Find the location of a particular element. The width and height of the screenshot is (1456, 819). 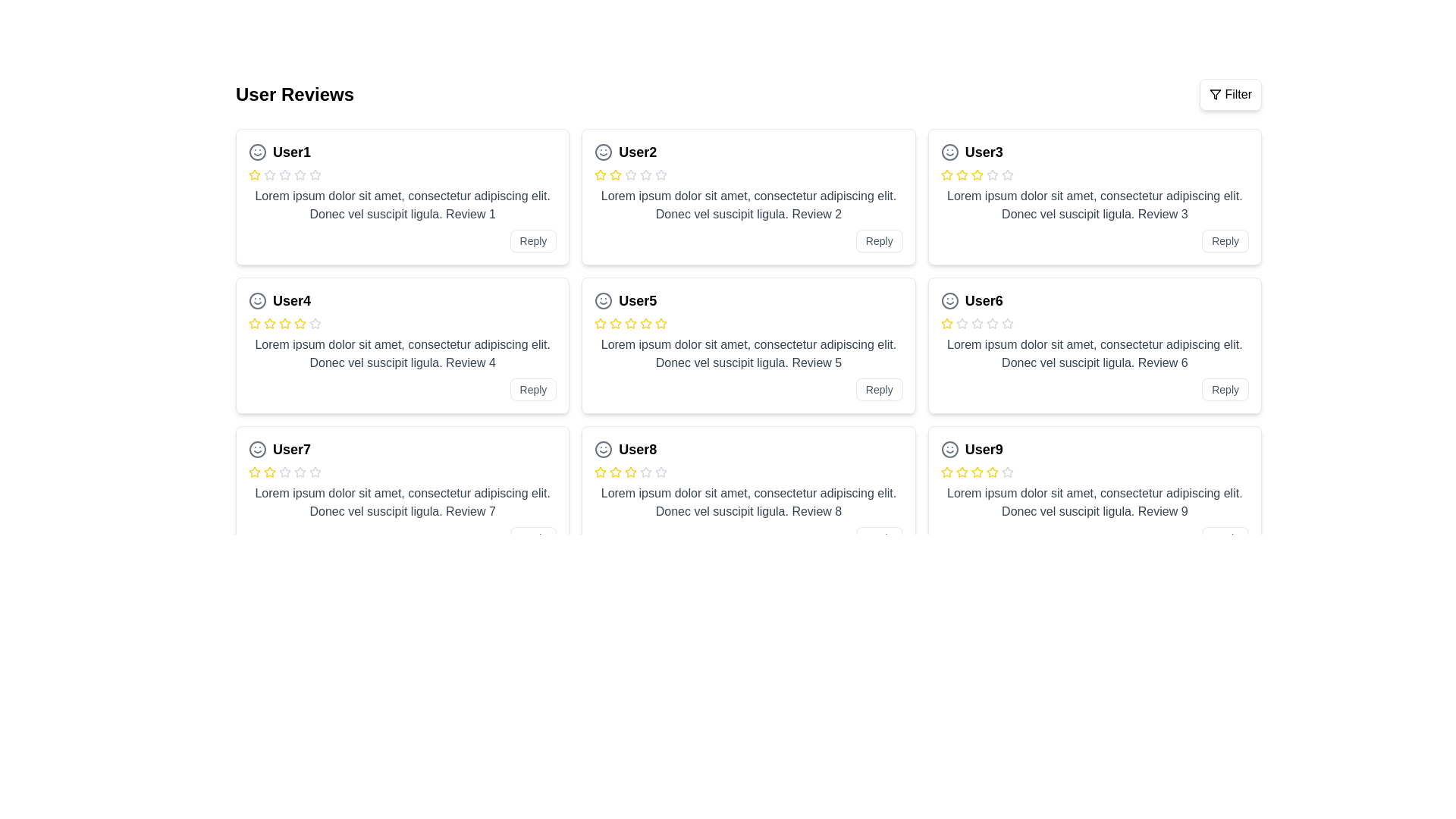

the fifth star icon in the rating sequence under the review titled 'User8' to rate is located at coordinates (631, 472).